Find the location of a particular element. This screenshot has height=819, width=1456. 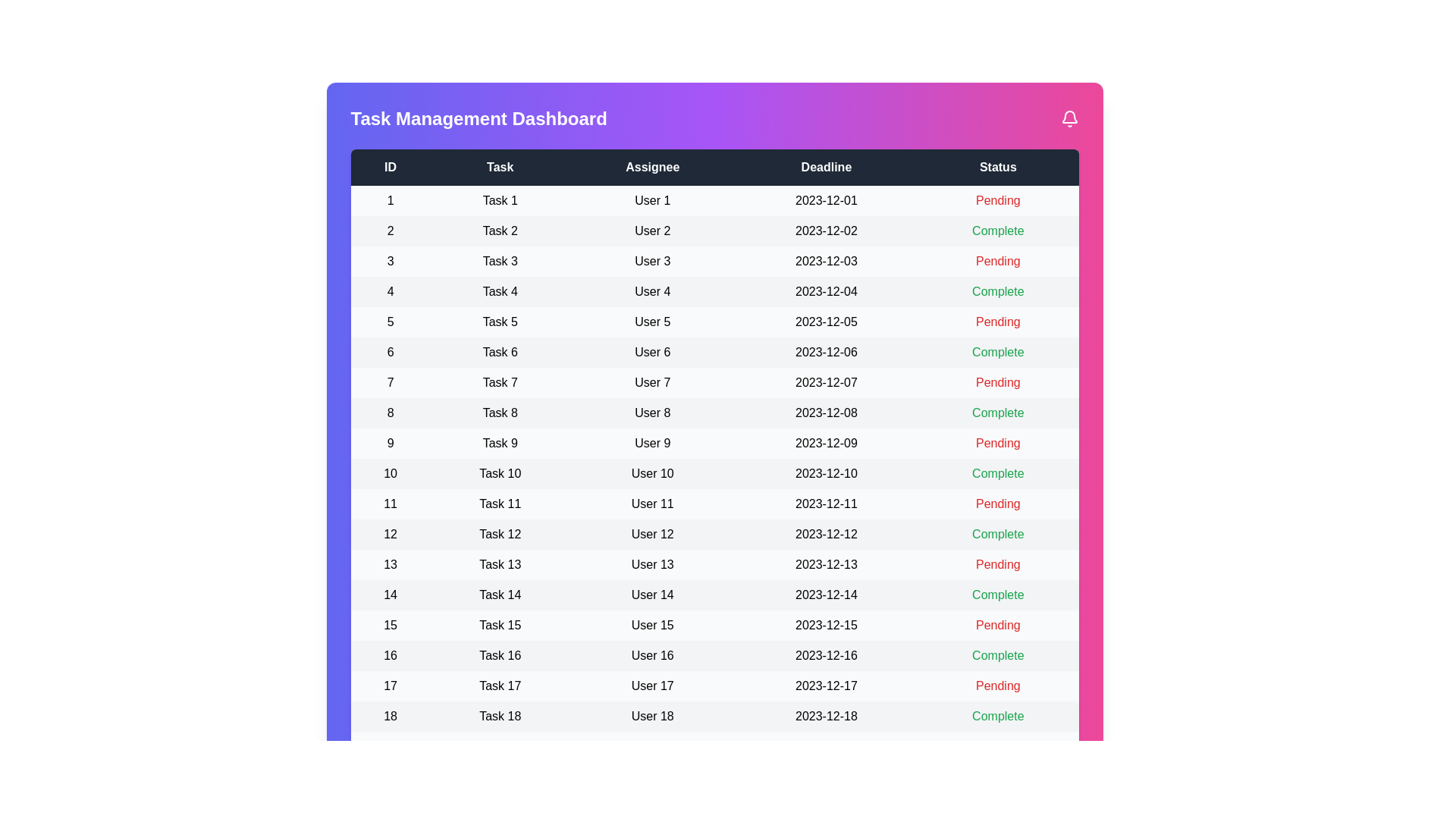

the column header labeled 'Status' to sort the table by that column is located at coordinates (998, 167).